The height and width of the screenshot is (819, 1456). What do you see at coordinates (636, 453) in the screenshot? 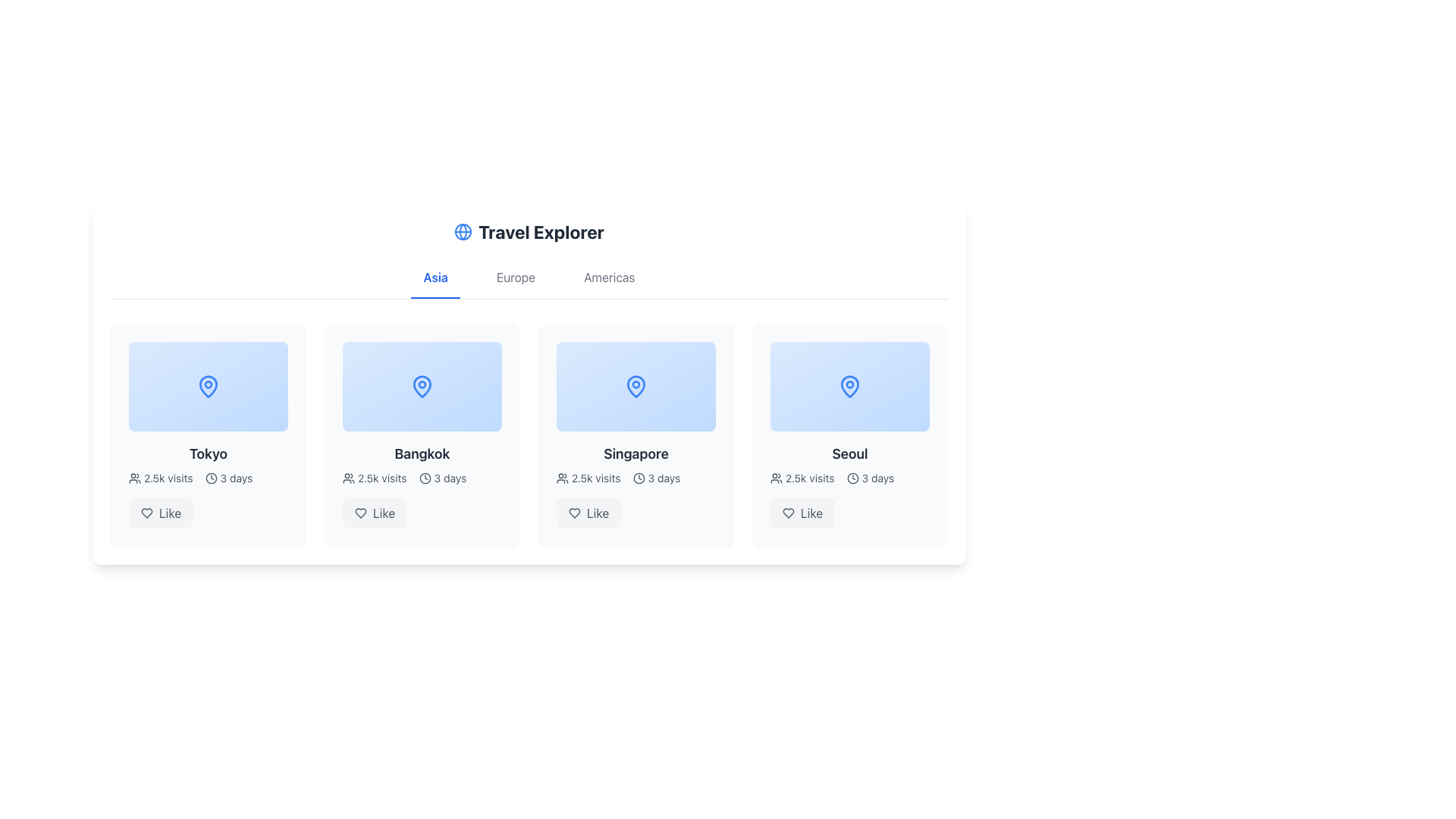
I see `the Text Label displaying 'Singapore', which is the third item in the grid of destination cards under the 'Asia' category` at bounding box center [636, 453].